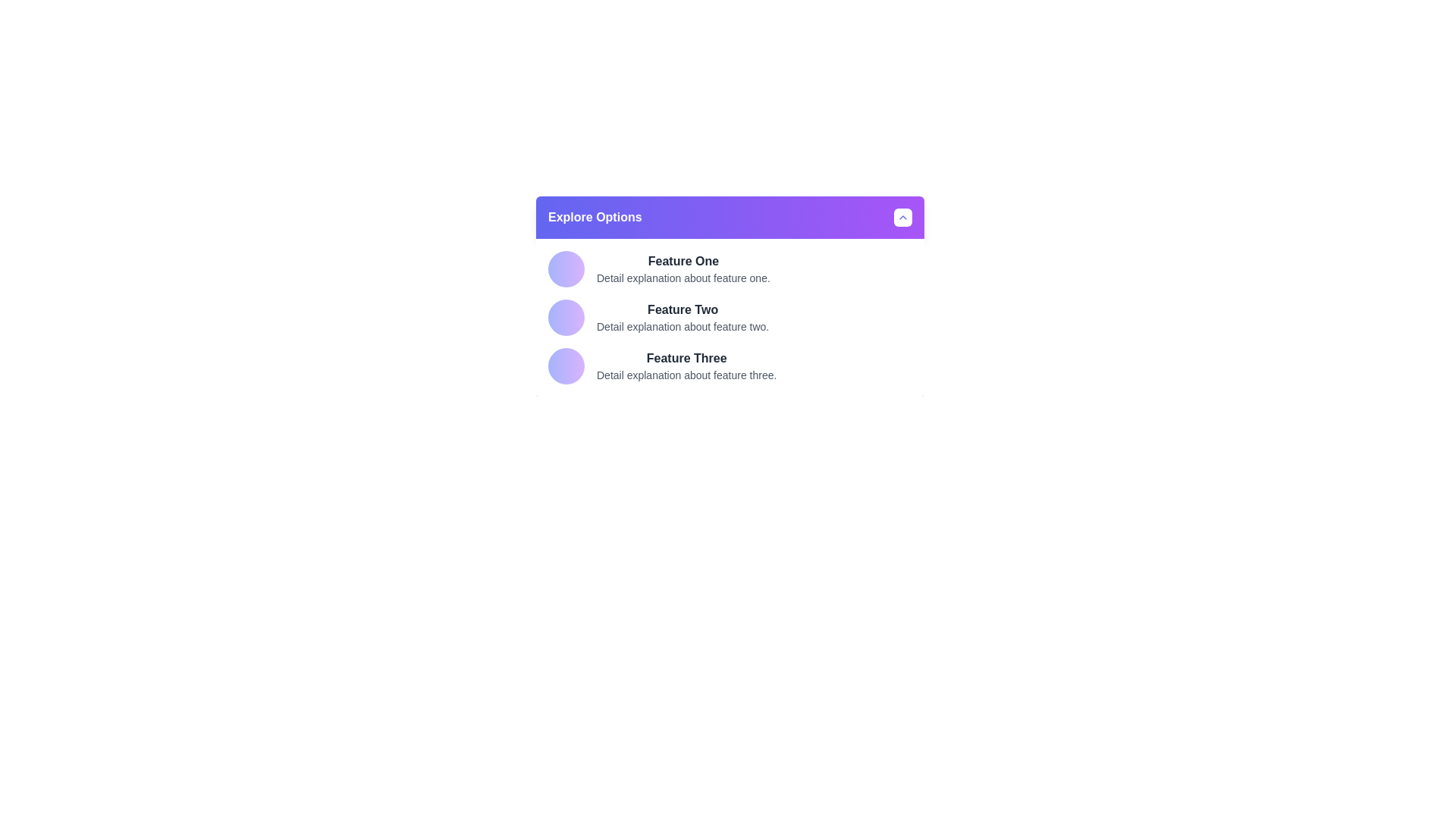 This screenshot has height=819, width=1456. What do you see at coordinates (682, 317) in the screenshot?
I see `text of the Text block element titled 'Feature Two', which includes the bolded title and descriptive text below it, located towards the right side of a circular icon` at bounding box center [682, 317].